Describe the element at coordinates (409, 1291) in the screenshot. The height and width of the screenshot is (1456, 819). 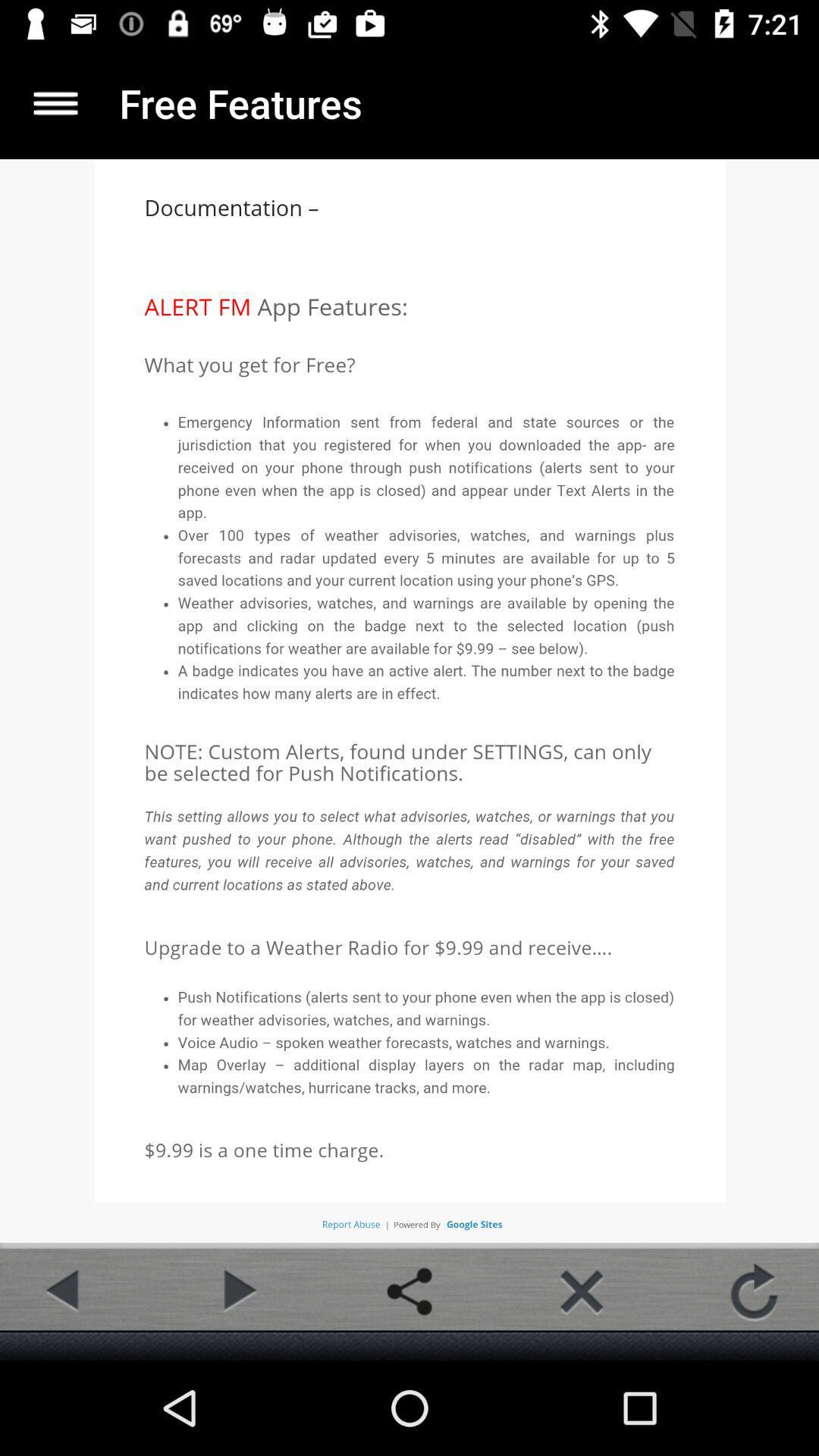
I see `setting button` at that location.